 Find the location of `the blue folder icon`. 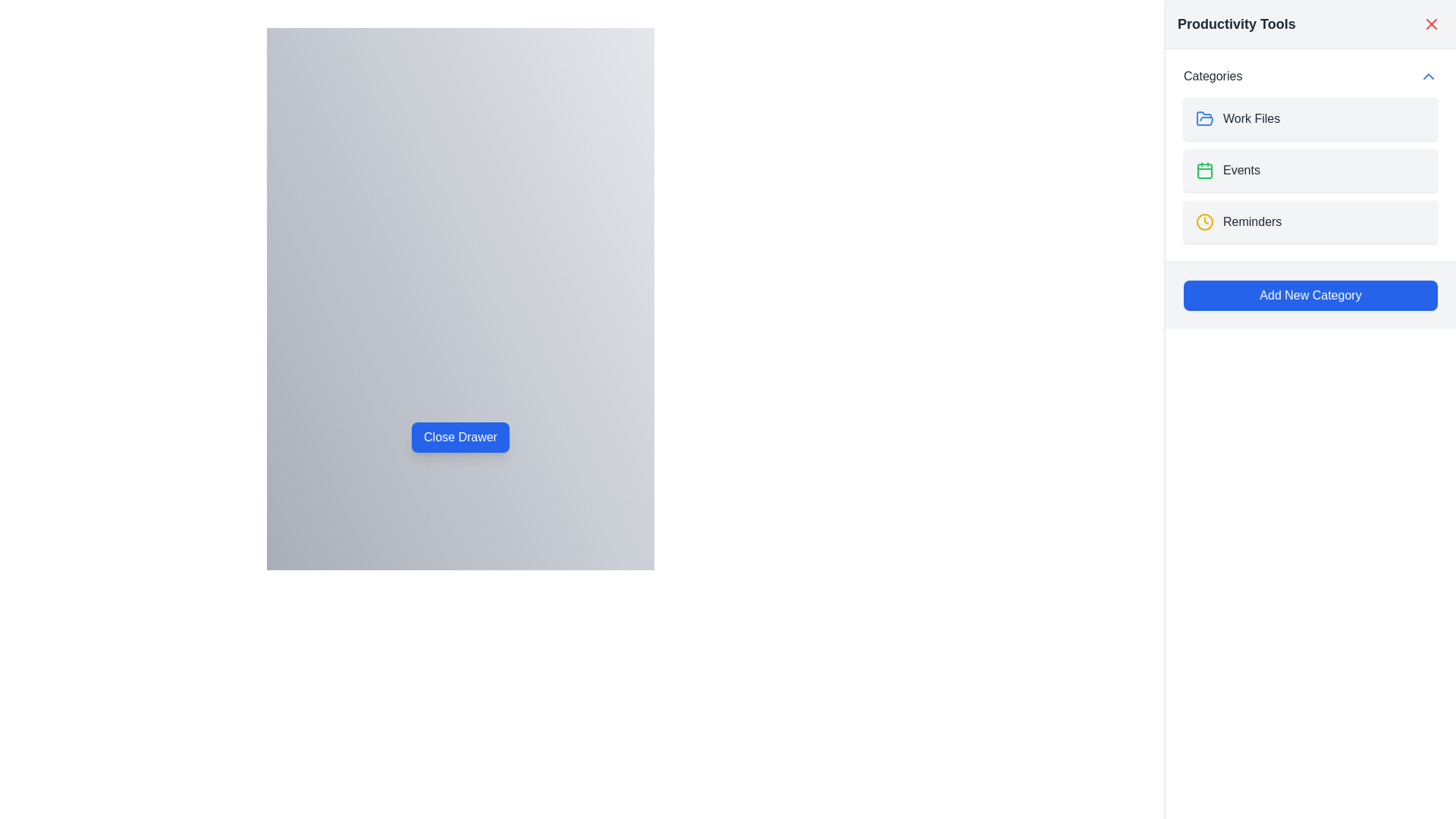

the blue folder icon is located at coordinates (1203, 118).